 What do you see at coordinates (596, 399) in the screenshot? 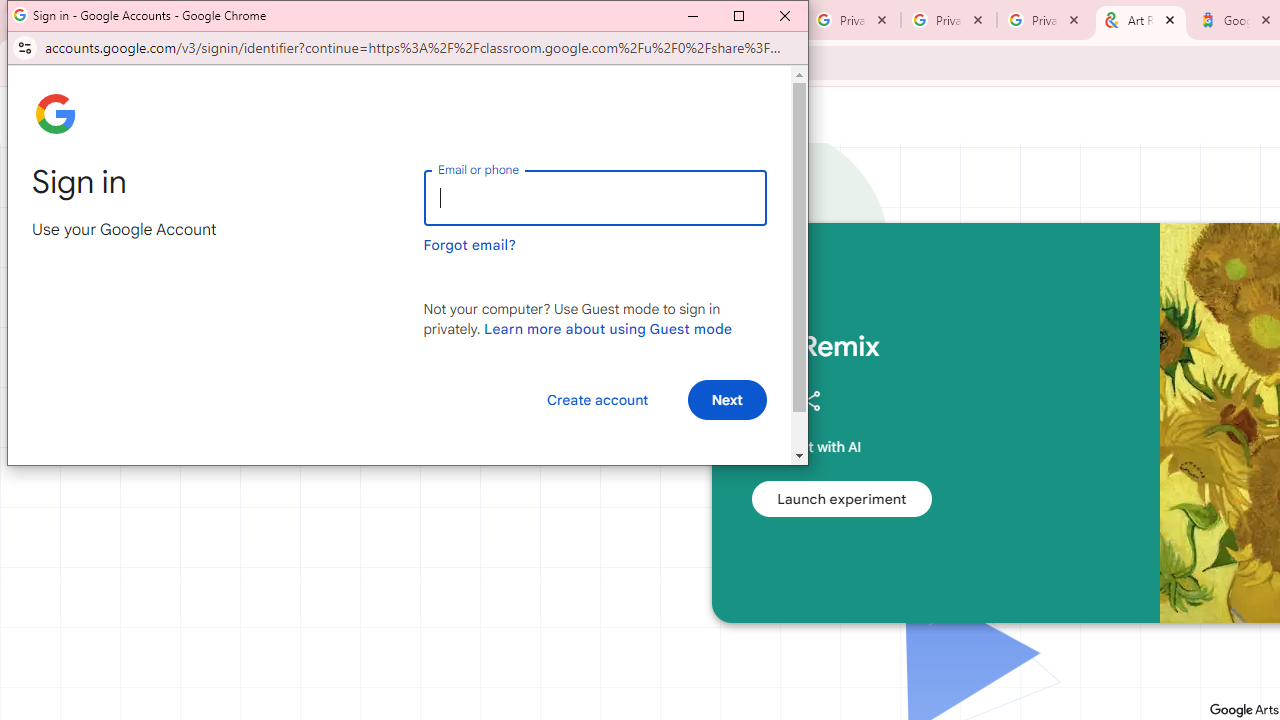
I see `'Create account'` at bounding box center [596, 399].